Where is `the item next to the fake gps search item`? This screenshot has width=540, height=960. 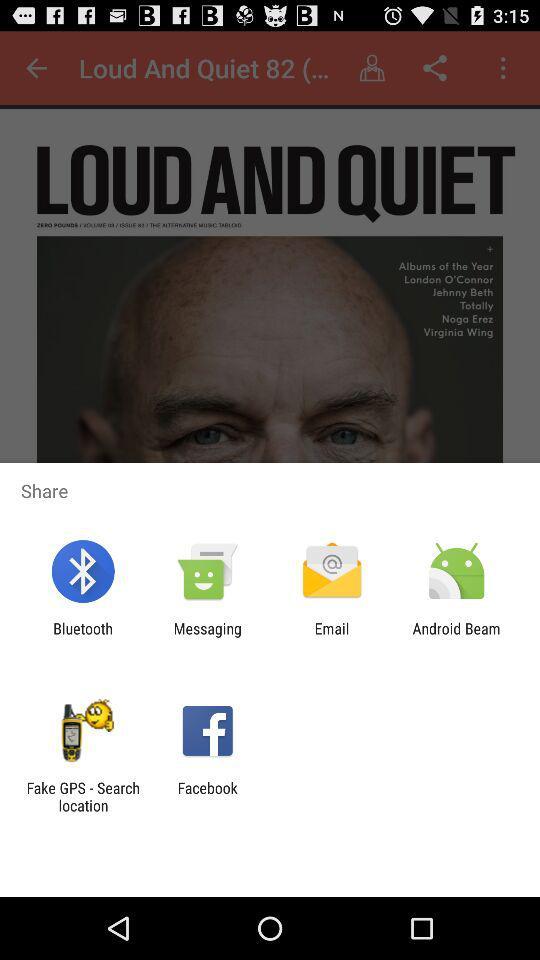 the item next to the fake gps search item is located at coordinates (206, 796).